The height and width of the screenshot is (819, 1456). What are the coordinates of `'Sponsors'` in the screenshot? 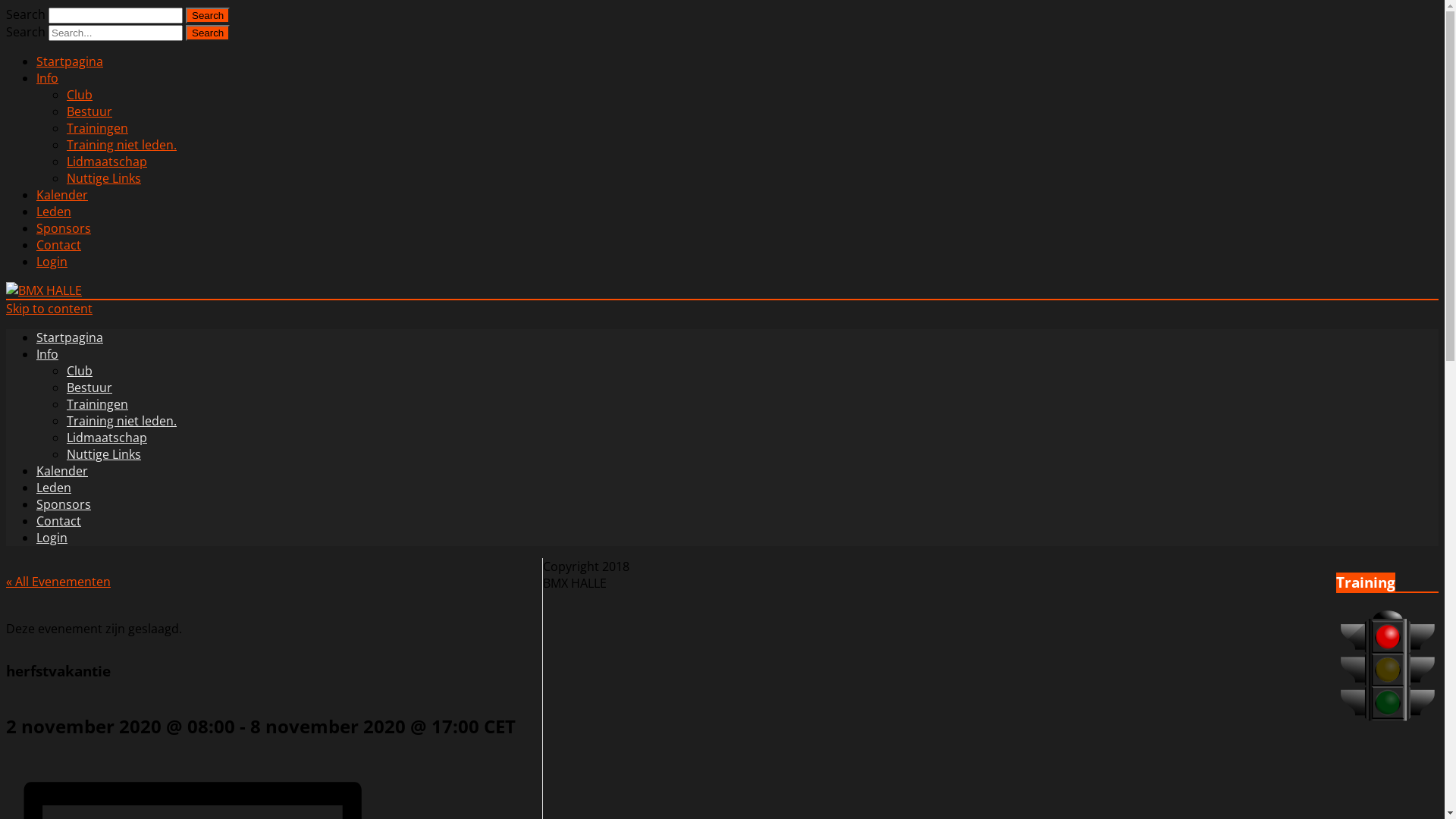 It's located at (36, 504).